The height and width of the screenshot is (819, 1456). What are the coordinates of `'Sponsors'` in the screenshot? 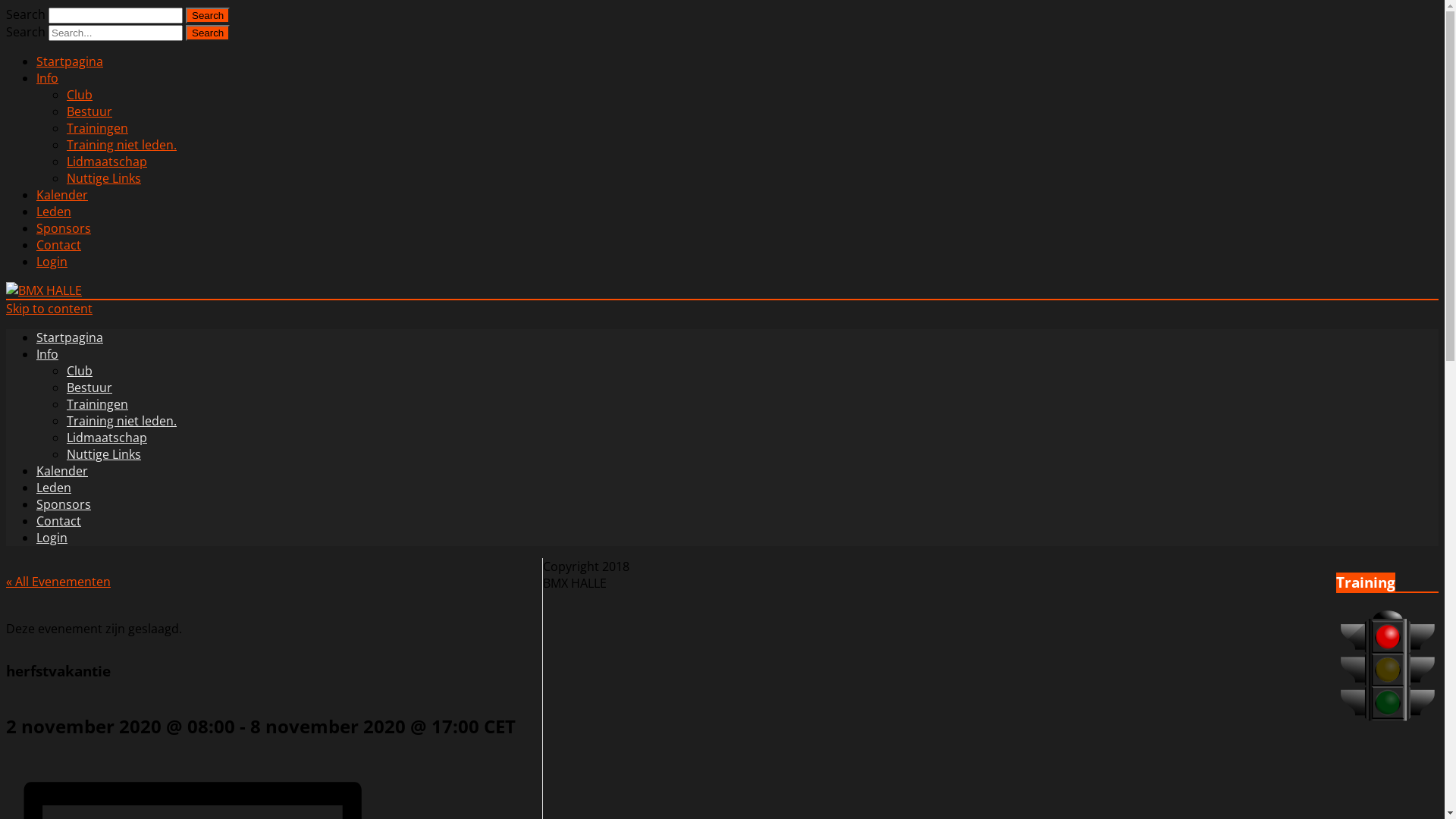 It's located at (36, 504).